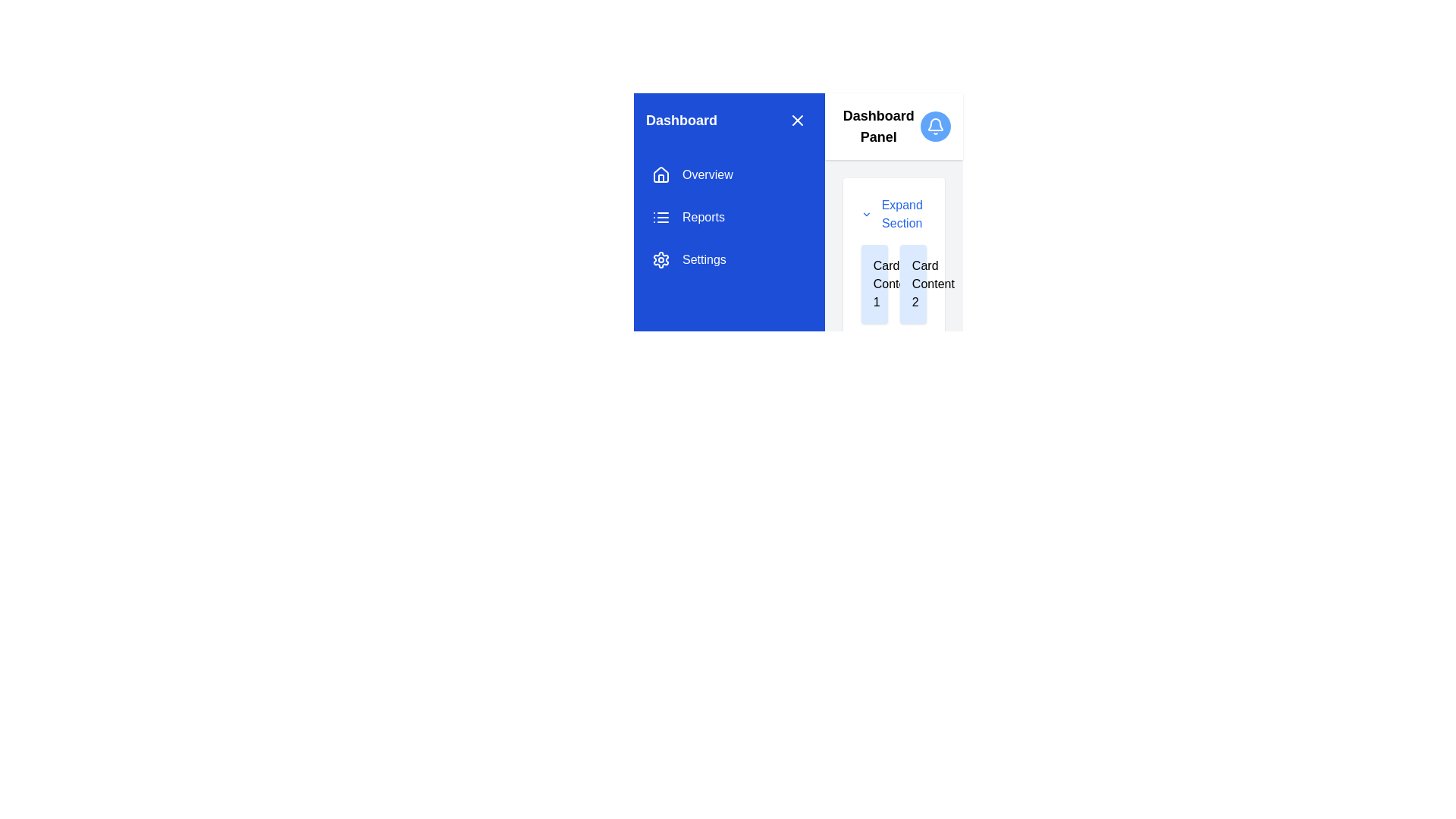 The image size is (1456, 819). What do you see at coordinates (796, 119) in the screenshot?
I see `the close button located at the top-right corner of the blue sidebar next to the 'Dashboard' text` at bounding box center [796, 119].